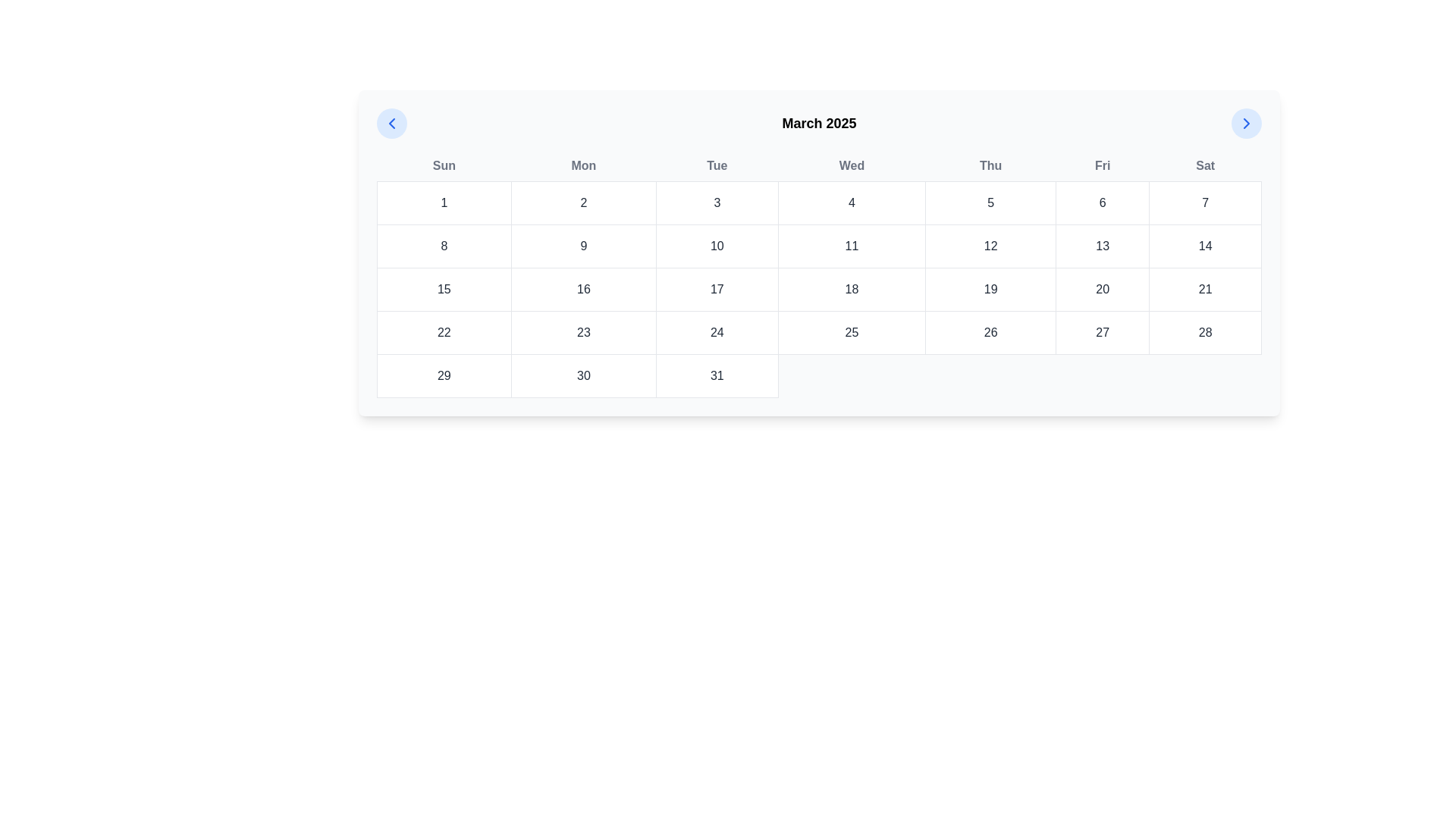 This screenshot has height=819, width=1456. What do you see at coordinates (392, 122) in the screenshot?
I see `the button on the left end of the horizontal row` at bounding box center [392, 122].